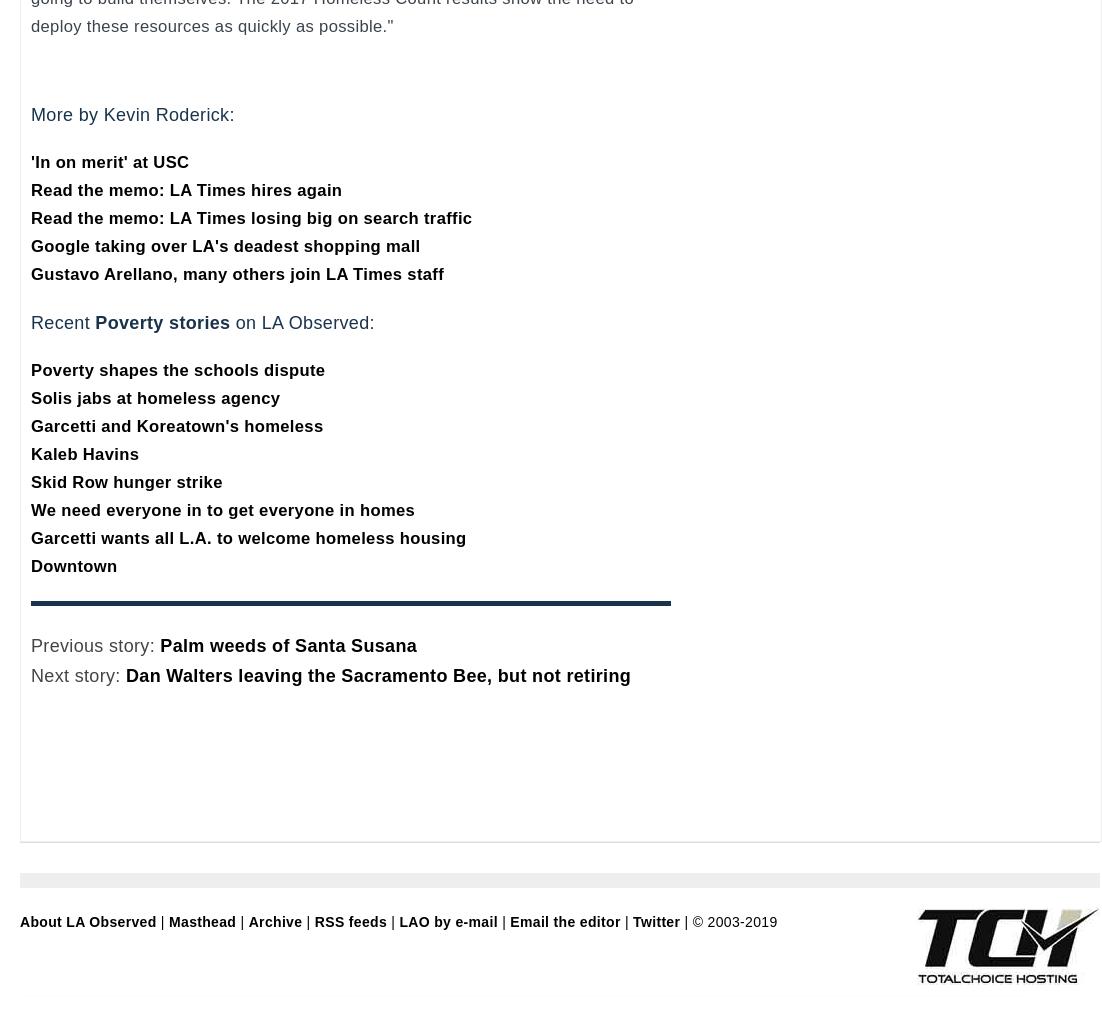 The image size is (1102, 1013). What do you see at coordinates (236, 273) in the screenshot?
I see `'Gustavo Arellano, many others join LA Times staff'` at bounding box center [236, 273].